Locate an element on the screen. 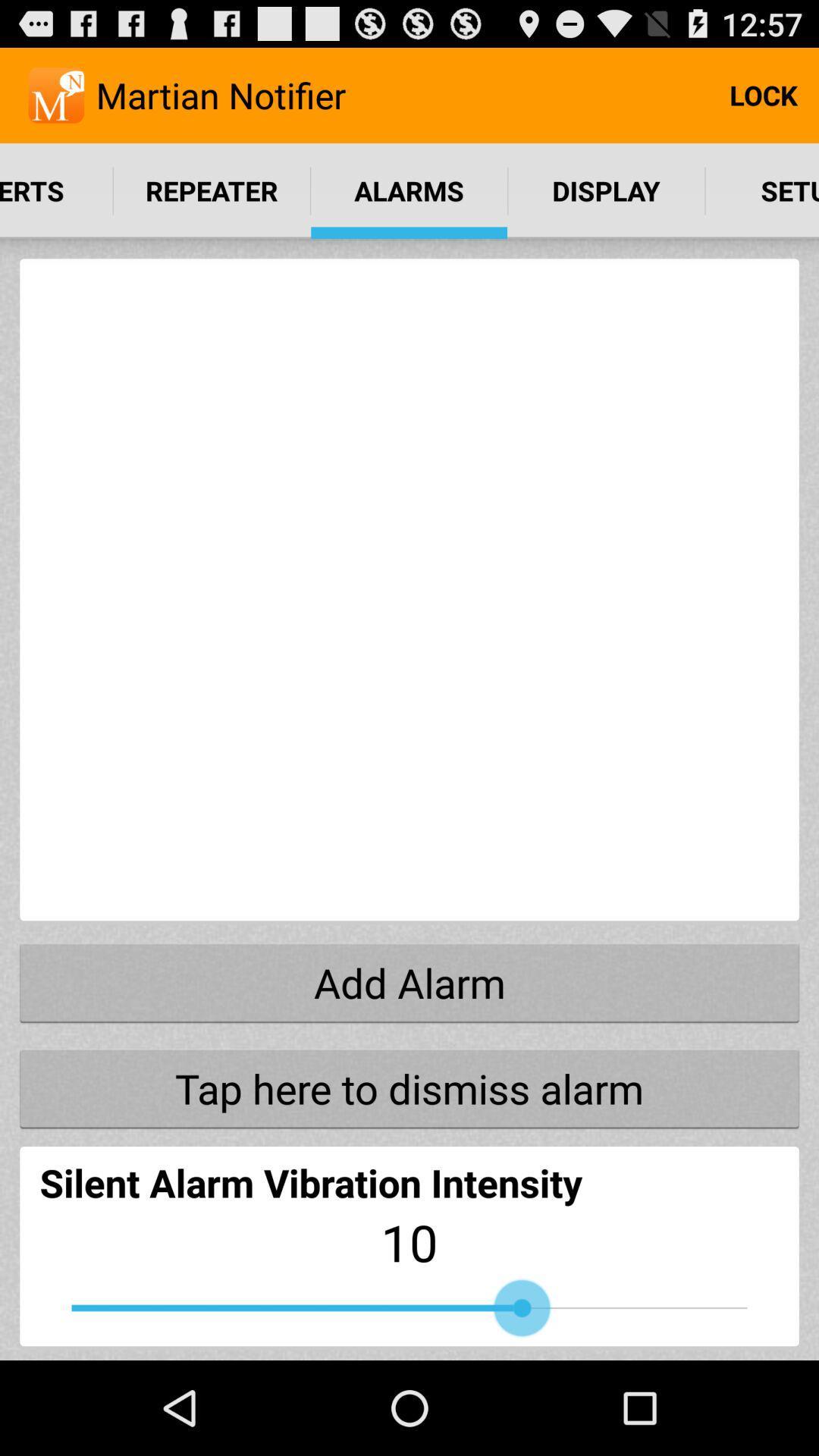 The width and height of the screenshot is (819, 1456). icon below the add alarm icon is located at coordinates (409, 1087).